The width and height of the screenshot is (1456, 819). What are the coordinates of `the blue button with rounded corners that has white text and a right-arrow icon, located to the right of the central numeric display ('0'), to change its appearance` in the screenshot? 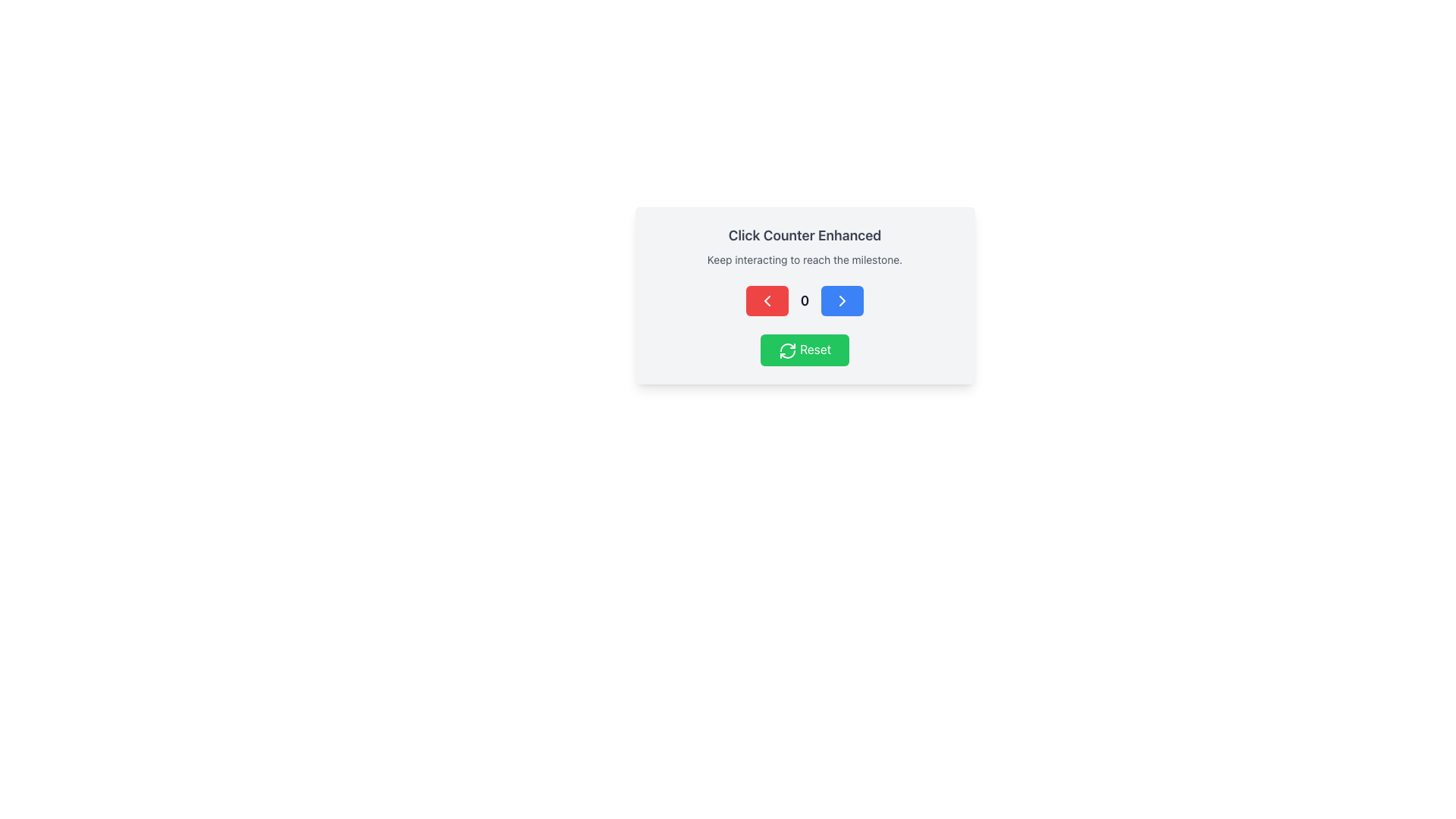 It's located at (842, 301).